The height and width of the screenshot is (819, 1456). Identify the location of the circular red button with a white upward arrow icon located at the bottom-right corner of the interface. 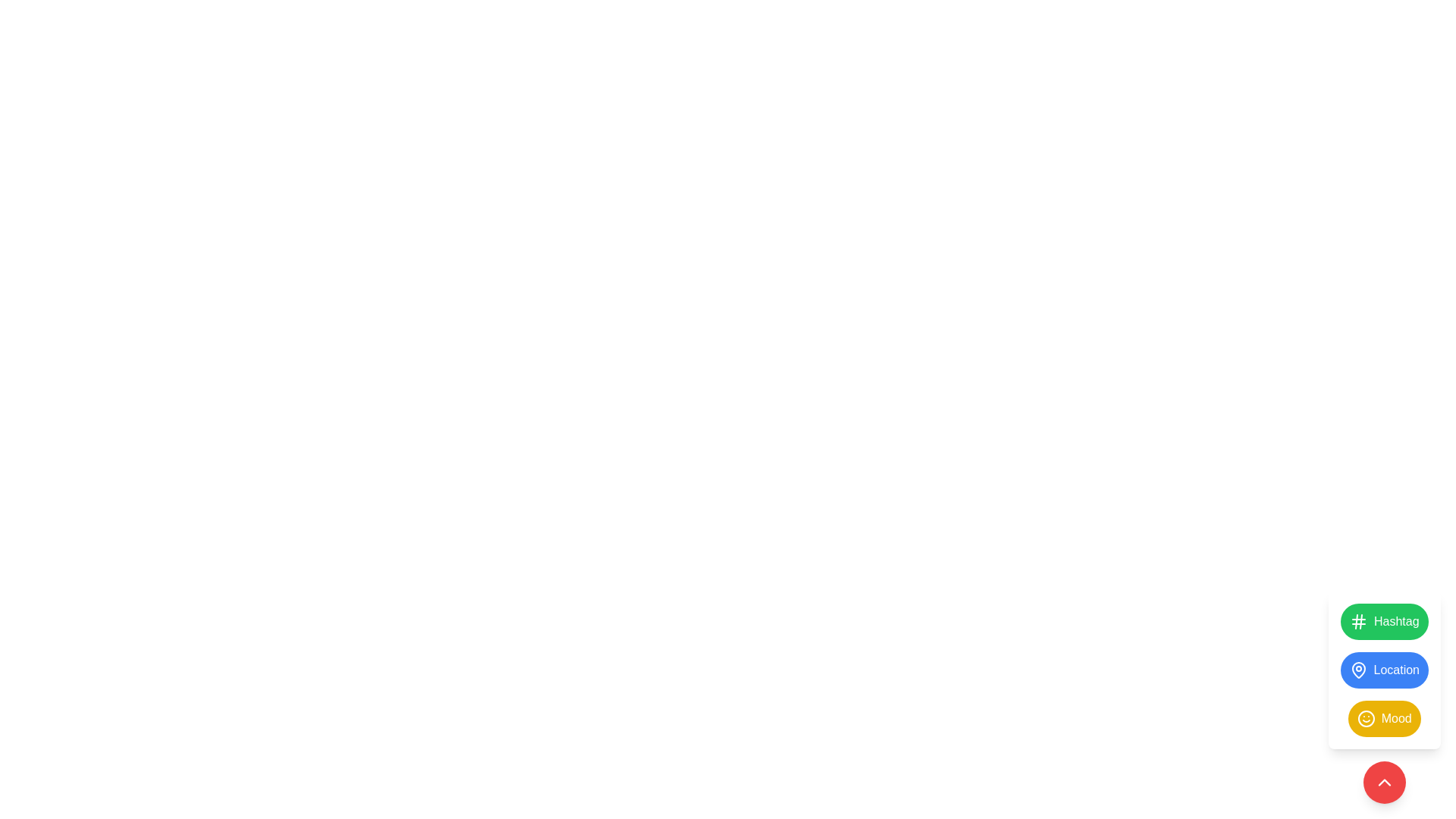
(1384, 783).